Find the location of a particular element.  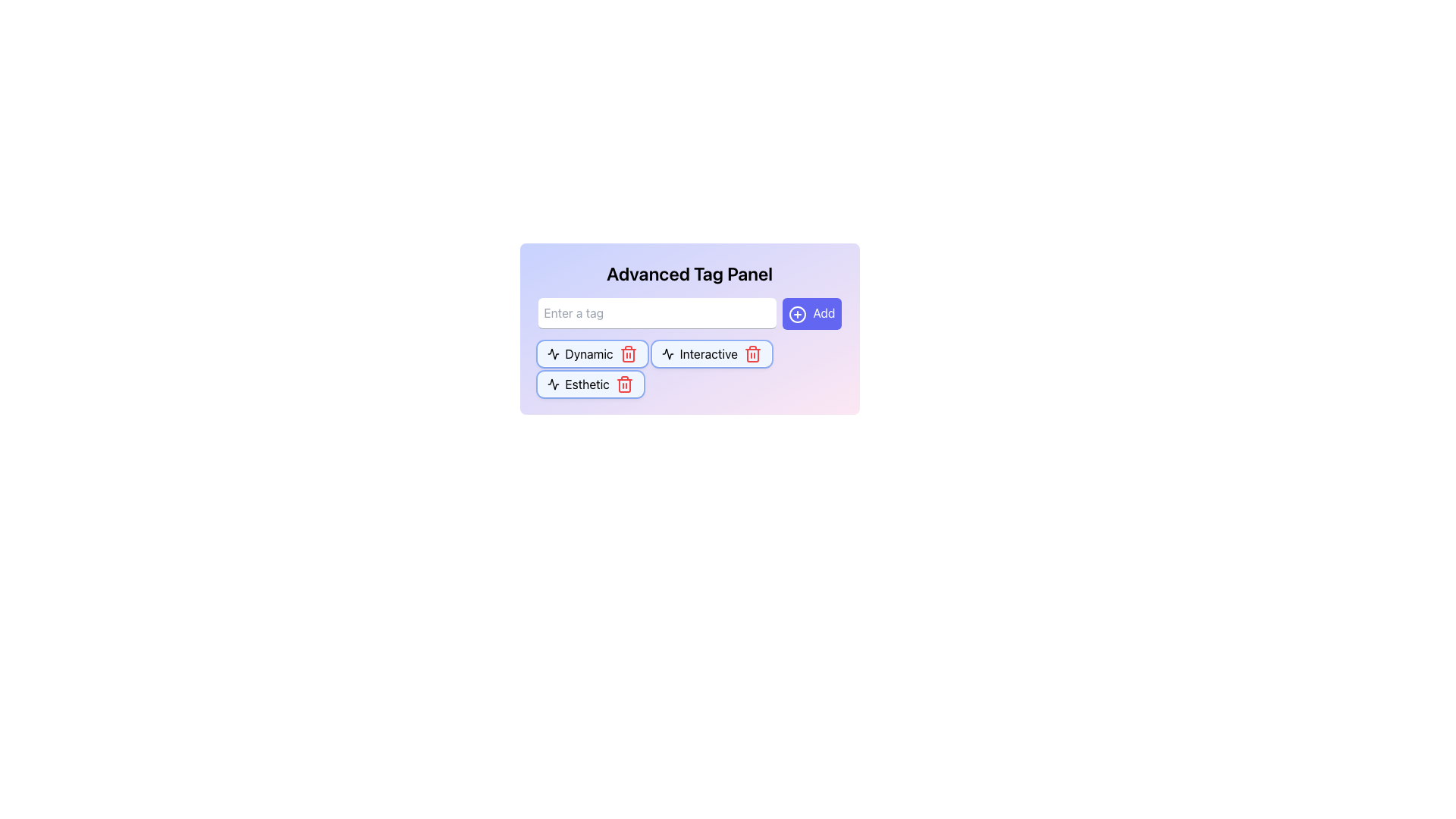

the SVG icon representing an activity graph, which is part of the button labeled 'Esthetic' is located at coordinates (552, 383).